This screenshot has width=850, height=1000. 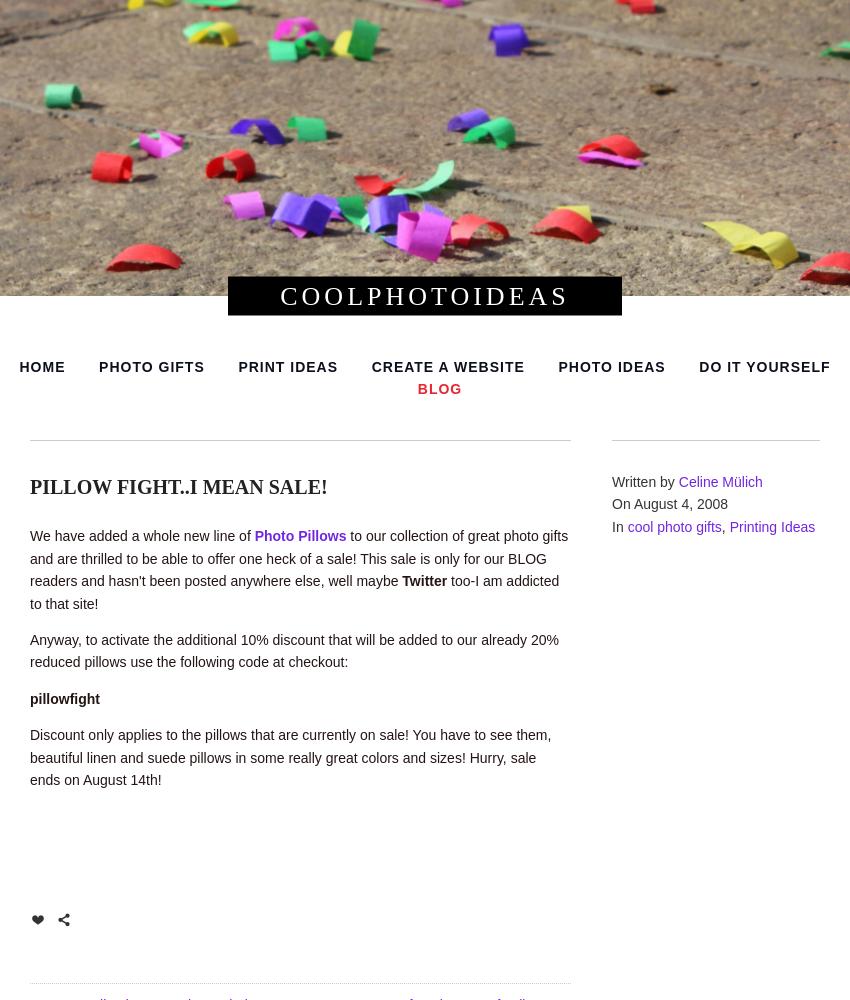 I want to click on 'On', so click(x=621, y=504).